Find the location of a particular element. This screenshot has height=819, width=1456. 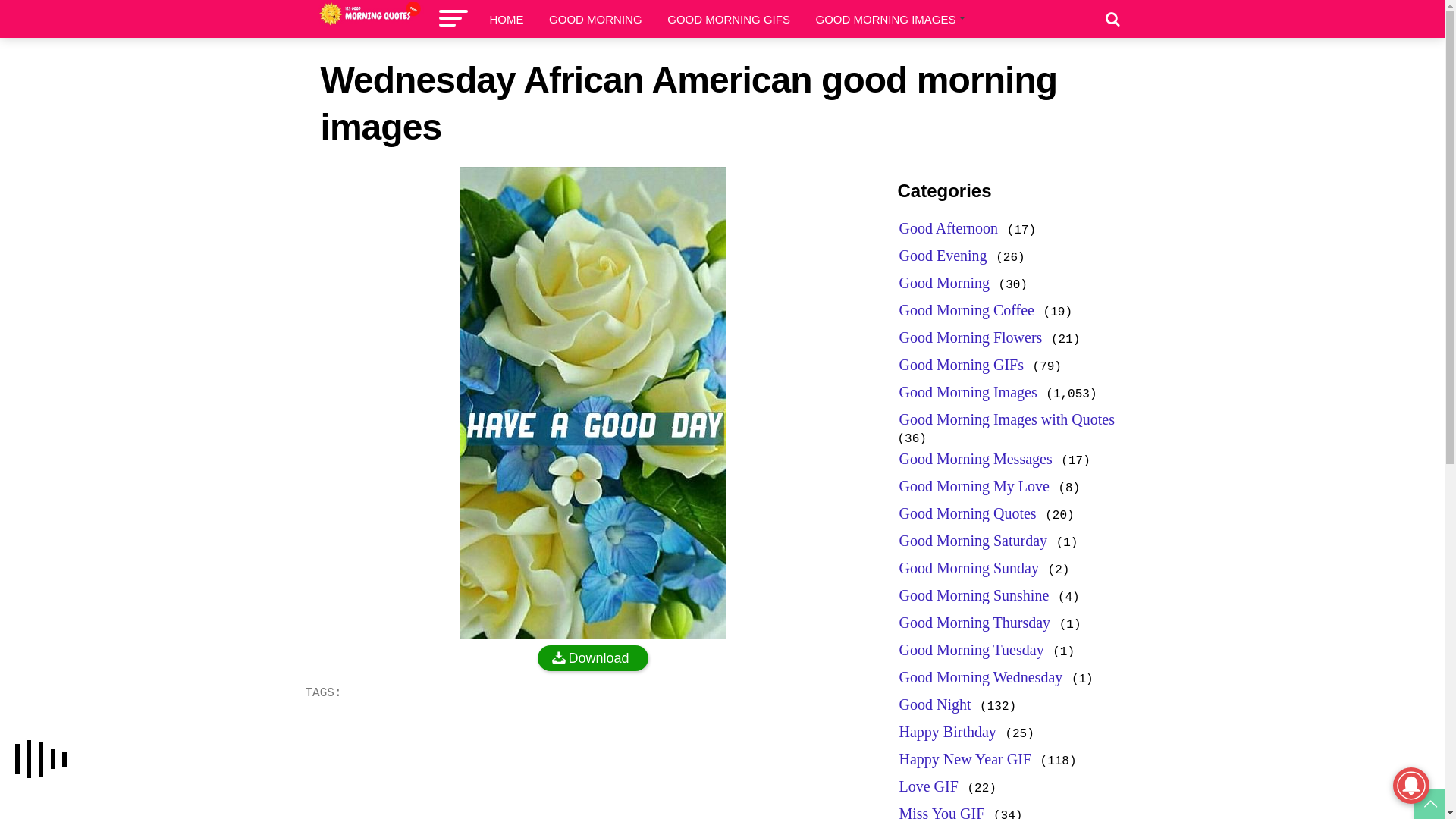

'Good Morning Sunshine' is located at coordinates (974, 595).